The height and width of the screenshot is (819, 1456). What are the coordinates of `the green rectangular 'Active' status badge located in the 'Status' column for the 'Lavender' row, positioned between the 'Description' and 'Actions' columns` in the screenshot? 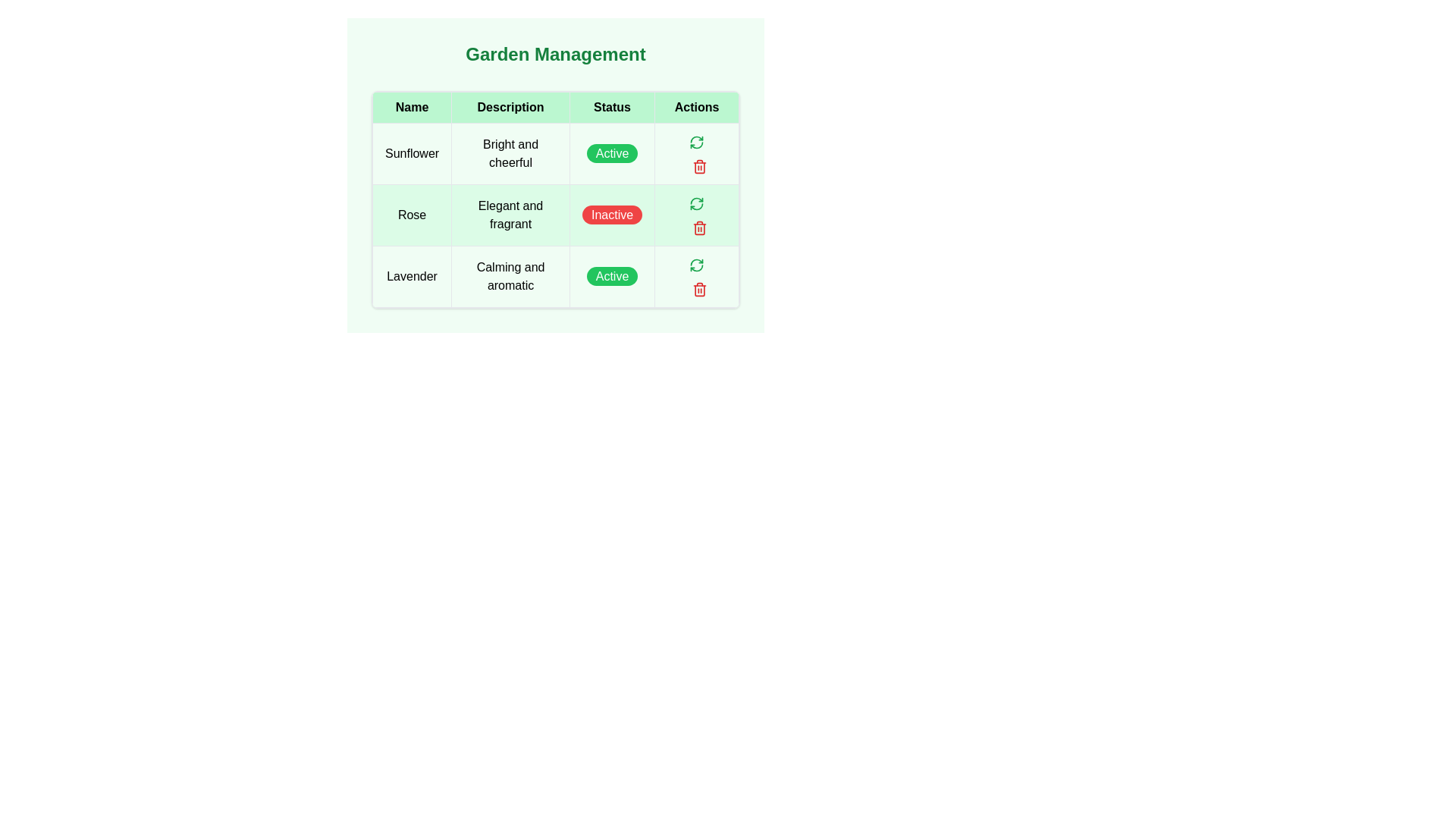 It's located at (612, 277).